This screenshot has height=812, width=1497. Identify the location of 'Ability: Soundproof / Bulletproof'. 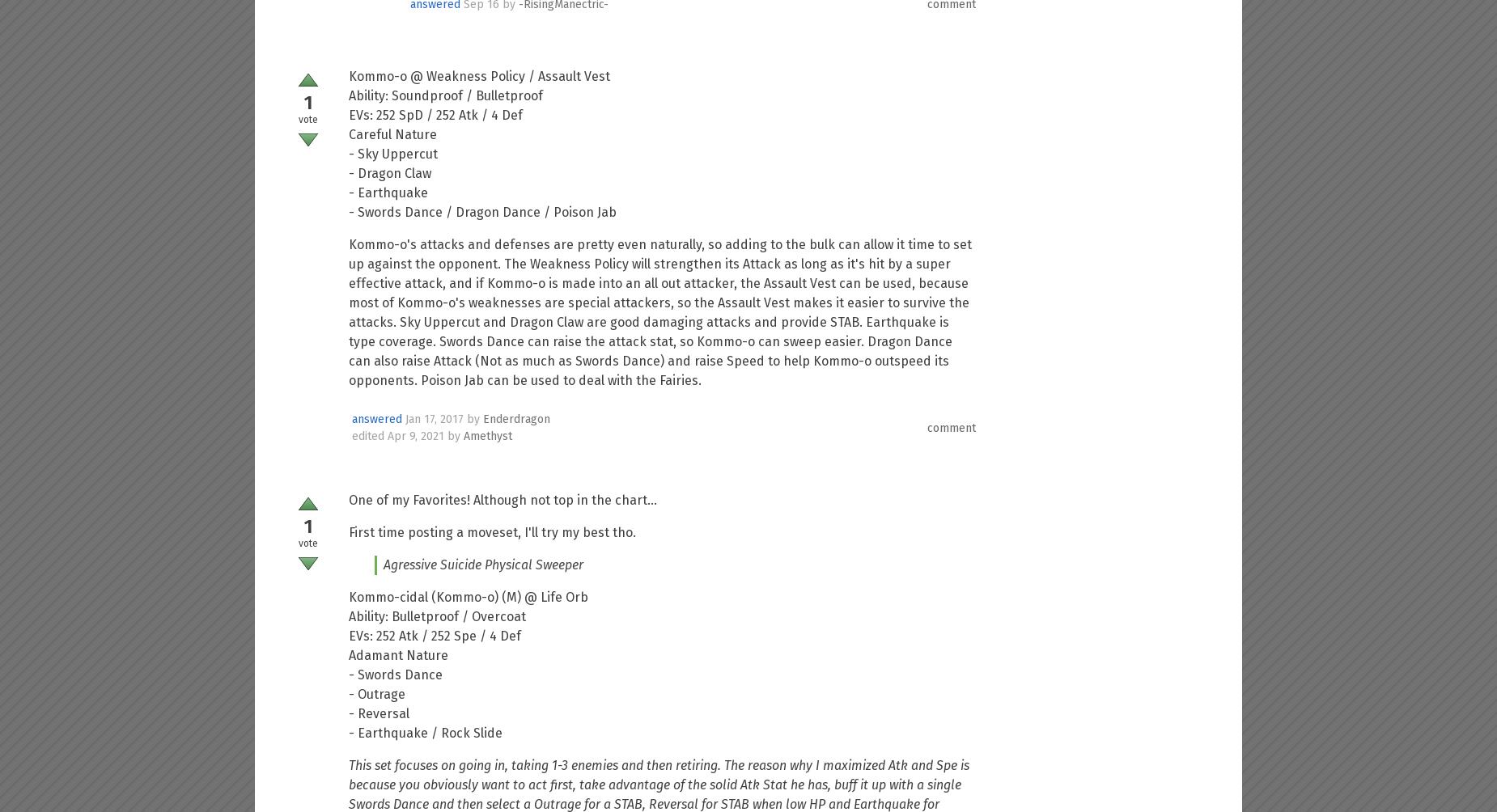
(348, 95).